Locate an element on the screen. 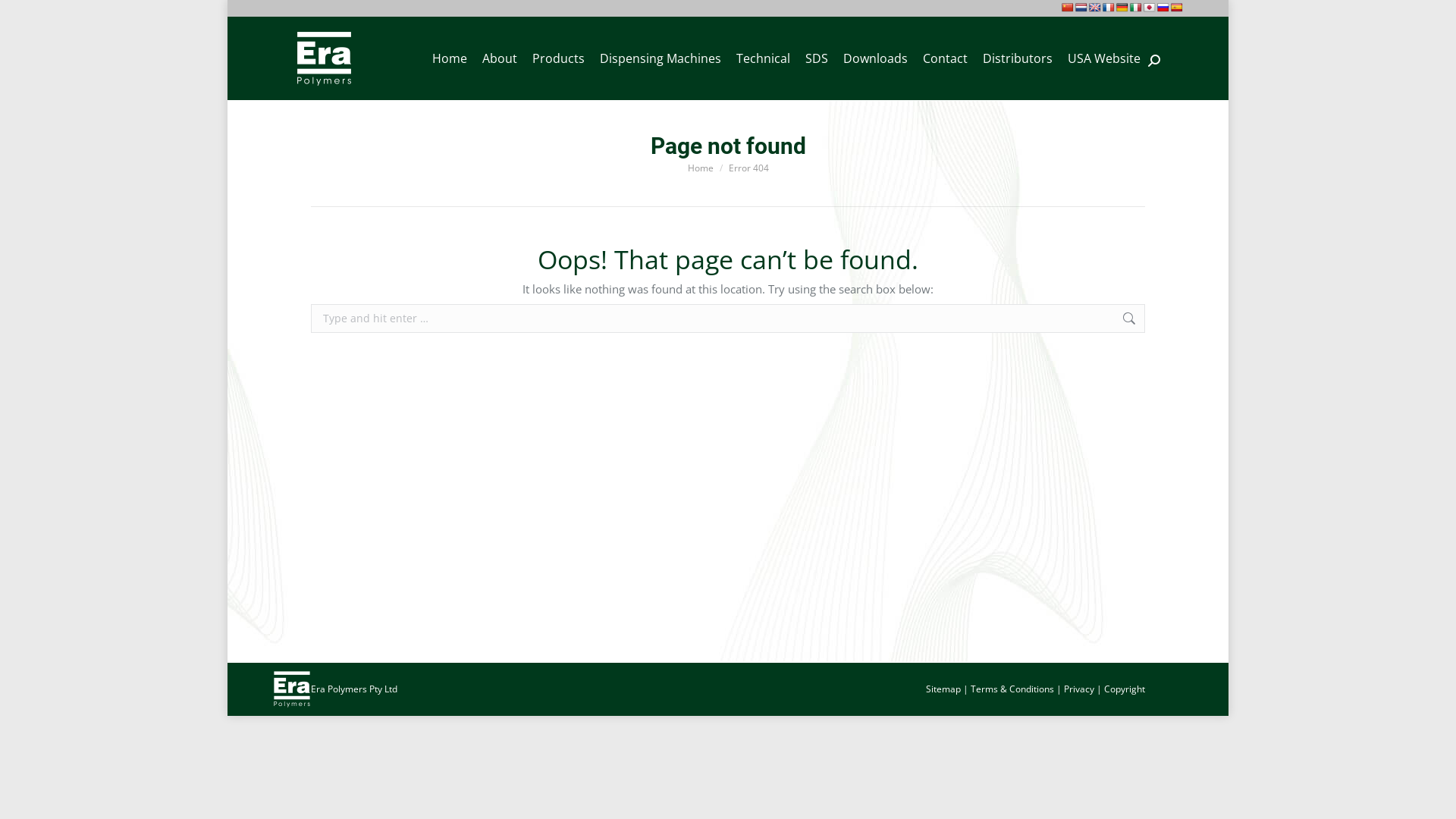  'Italian' is located at coordinates (1135, 8).